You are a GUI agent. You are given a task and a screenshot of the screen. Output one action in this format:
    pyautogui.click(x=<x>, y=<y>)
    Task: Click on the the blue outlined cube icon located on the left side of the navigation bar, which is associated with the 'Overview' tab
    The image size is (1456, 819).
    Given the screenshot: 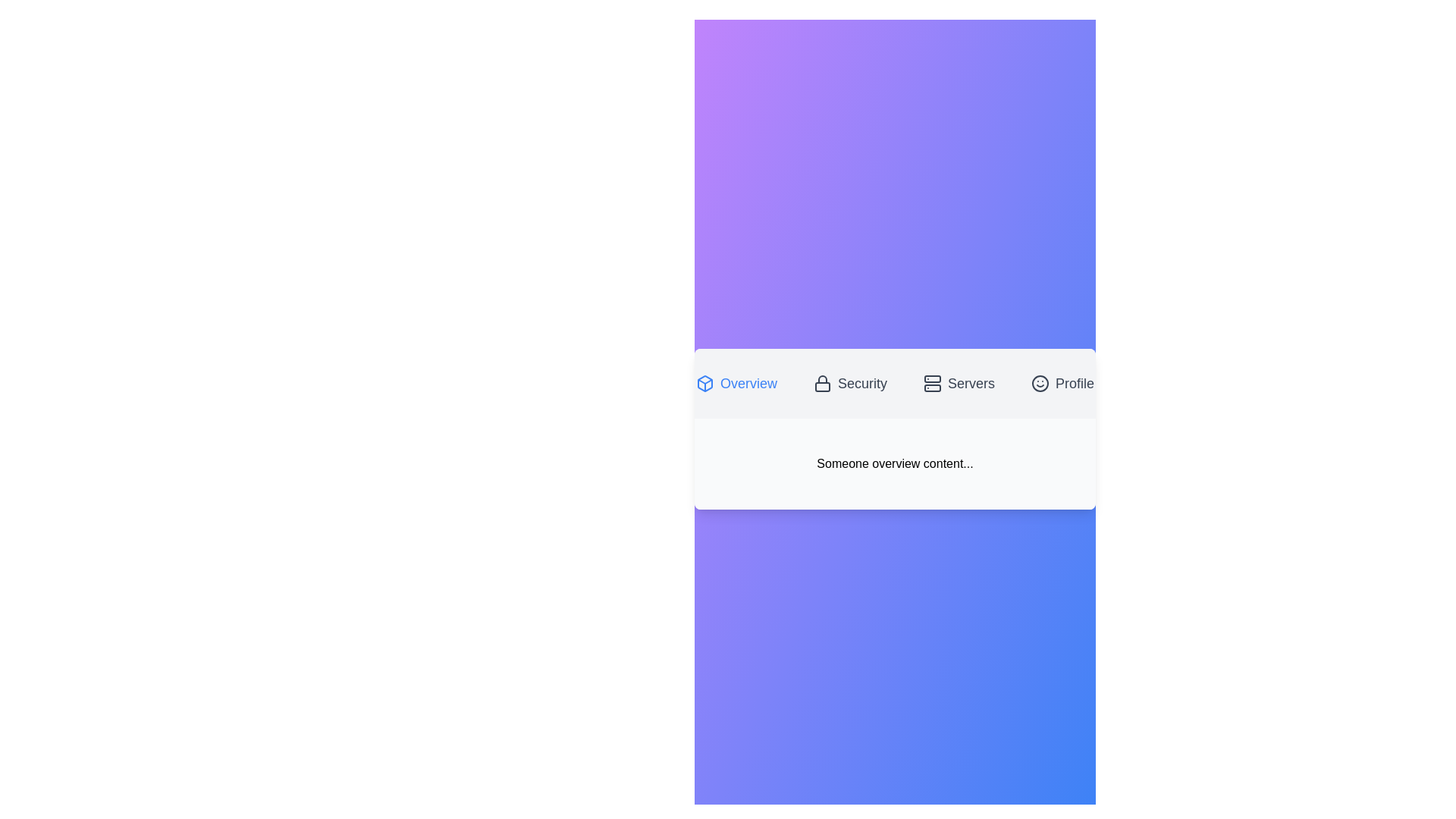 What is the action you would take?
    pyautogui.click(x=704, y=382)
    